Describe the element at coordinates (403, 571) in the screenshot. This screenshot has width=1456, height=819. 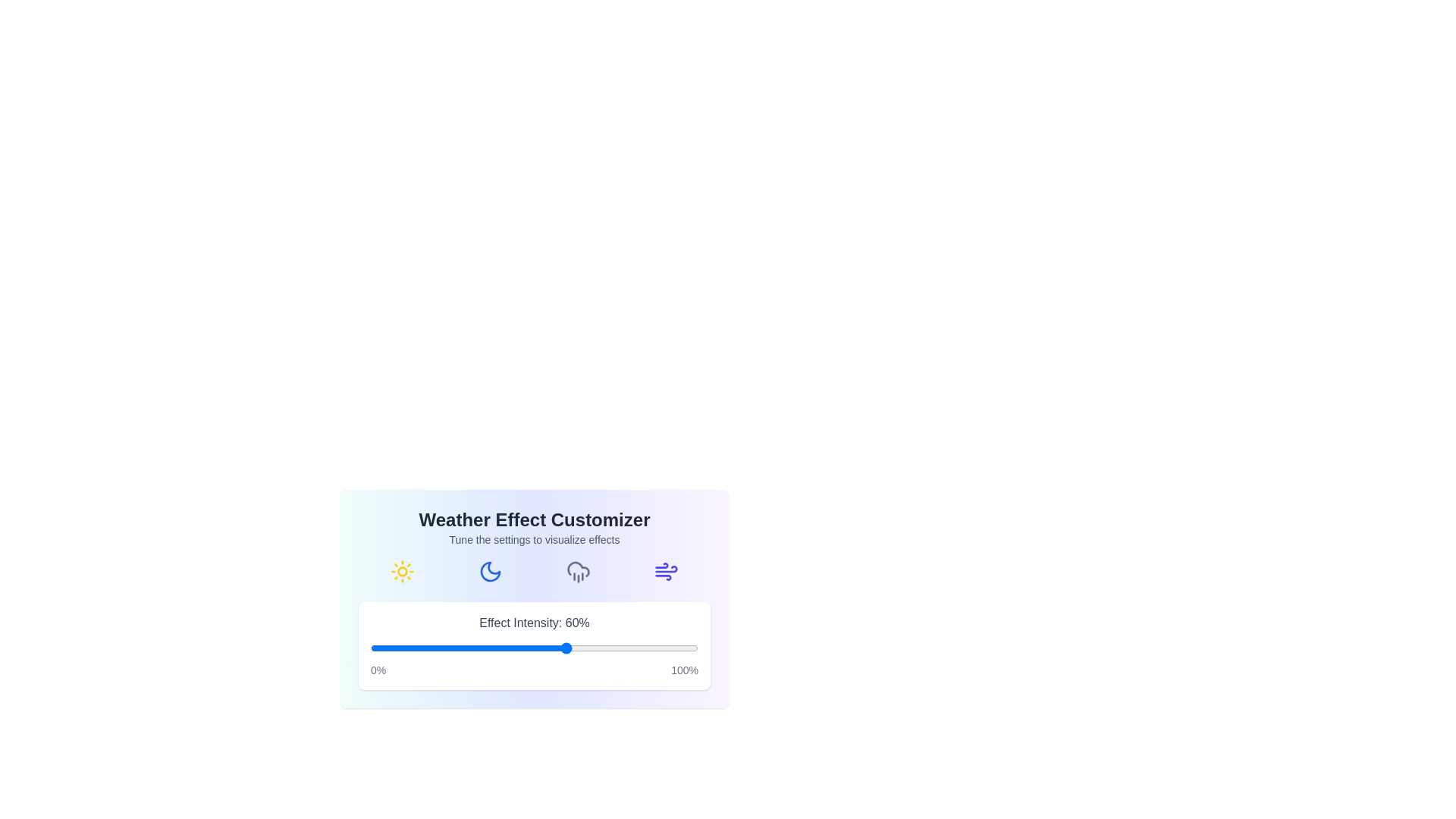
I see `the sun icon located in the top-left corner of the weather customization panel, which is the first icon among other weather-related icons` at that location.